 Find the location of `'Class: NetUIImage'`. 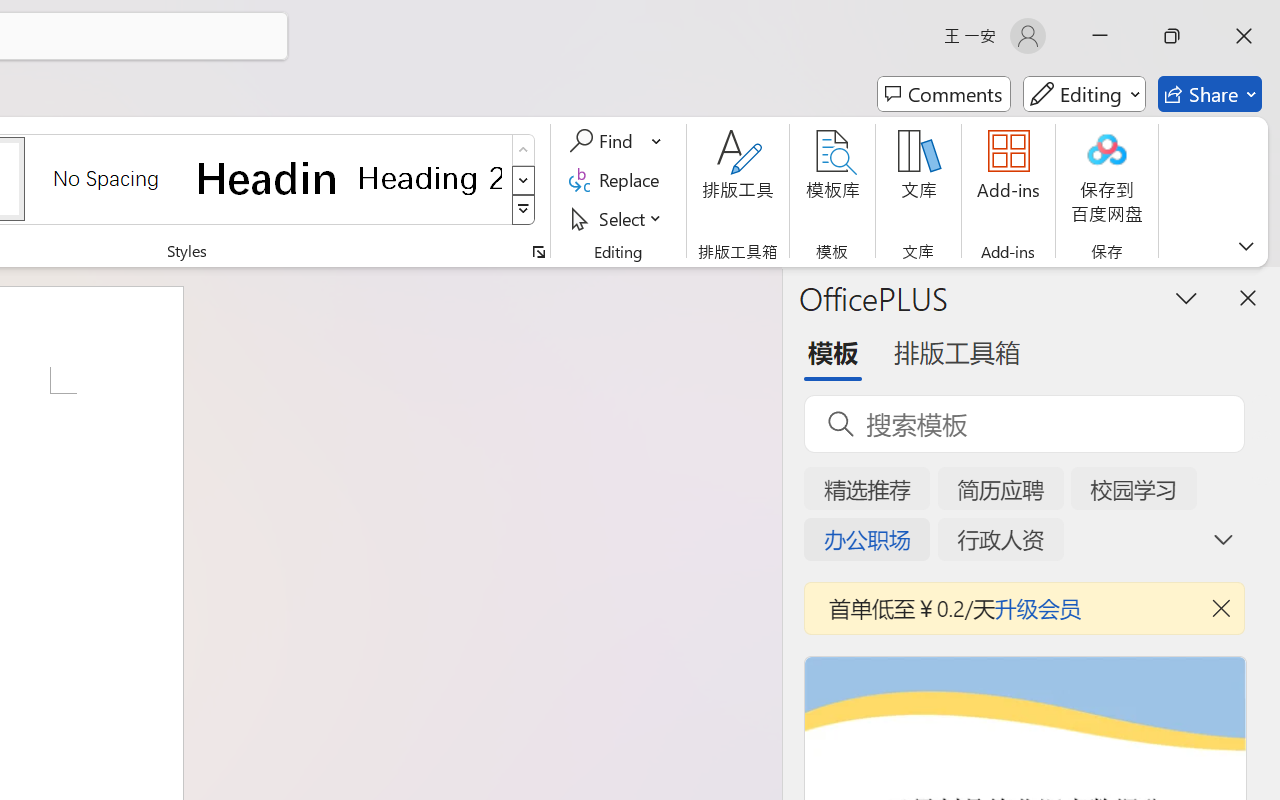

'Class: NetUIImage' is located at coordinates (524, 210).